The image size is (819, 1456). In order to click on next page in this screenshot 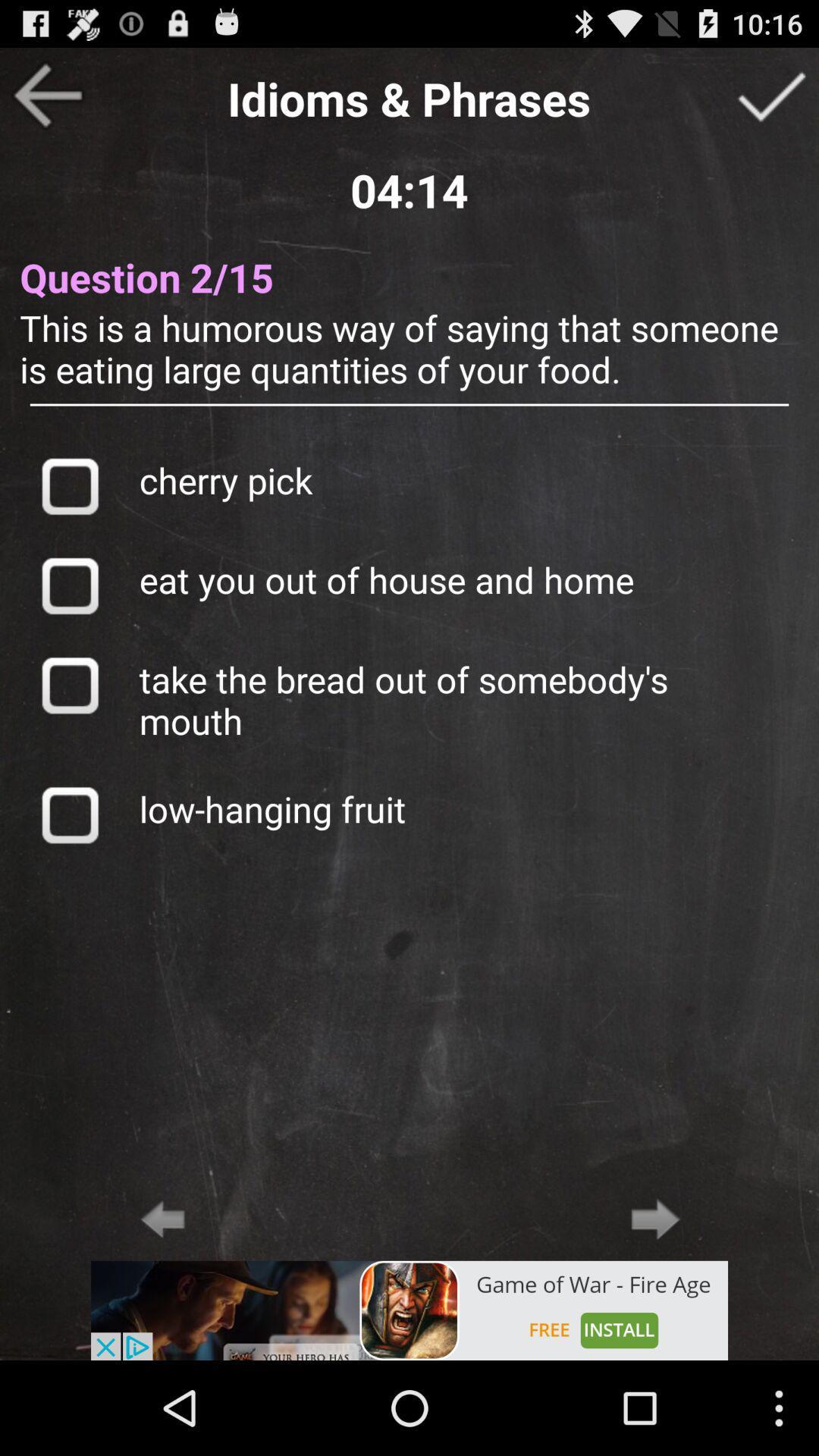, I will do `click(655, 1219)`.